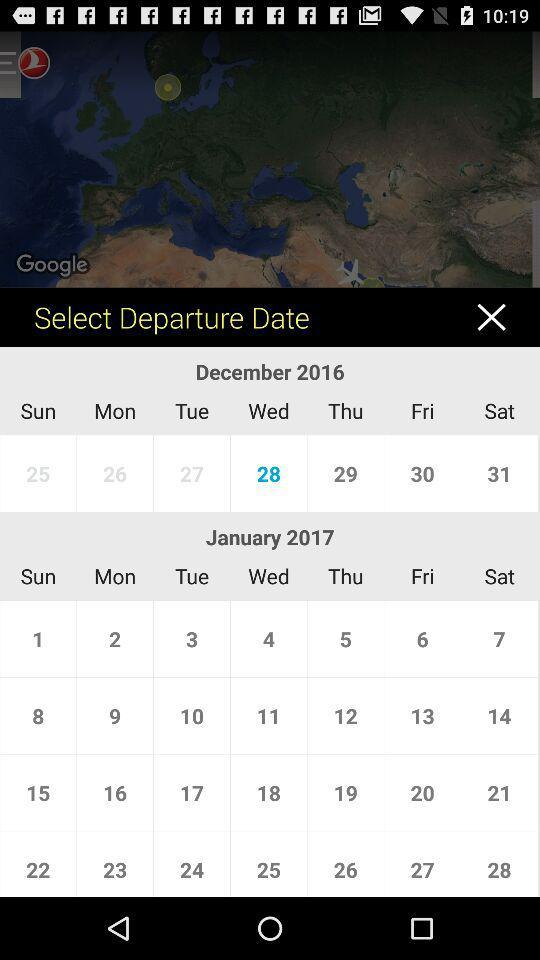  I want to click on page, so click(500, 317).